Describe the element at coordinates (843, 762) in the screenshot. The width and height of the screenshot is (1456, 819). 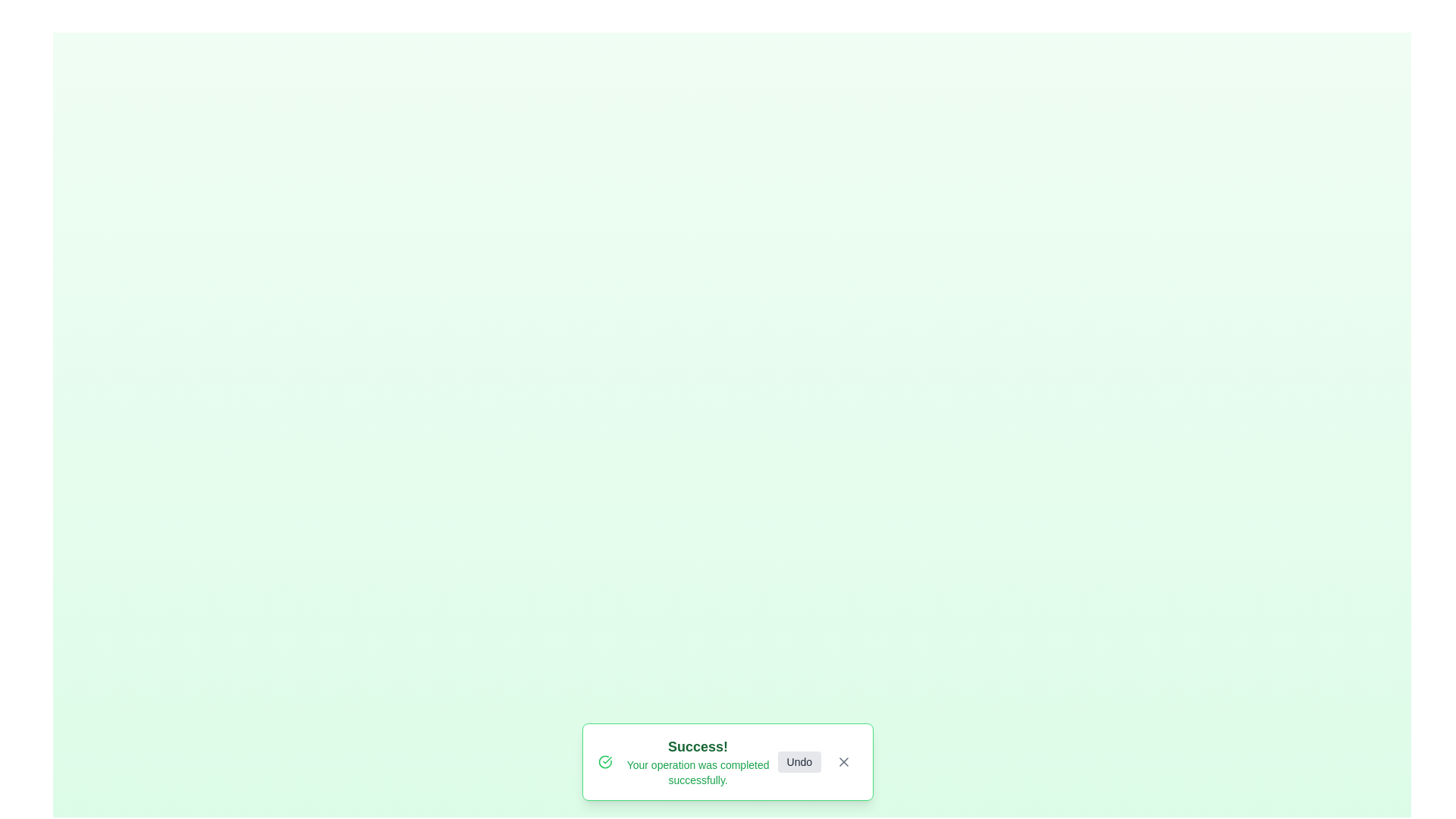
I see `the close icon to dismiss the snackbar` at that location.